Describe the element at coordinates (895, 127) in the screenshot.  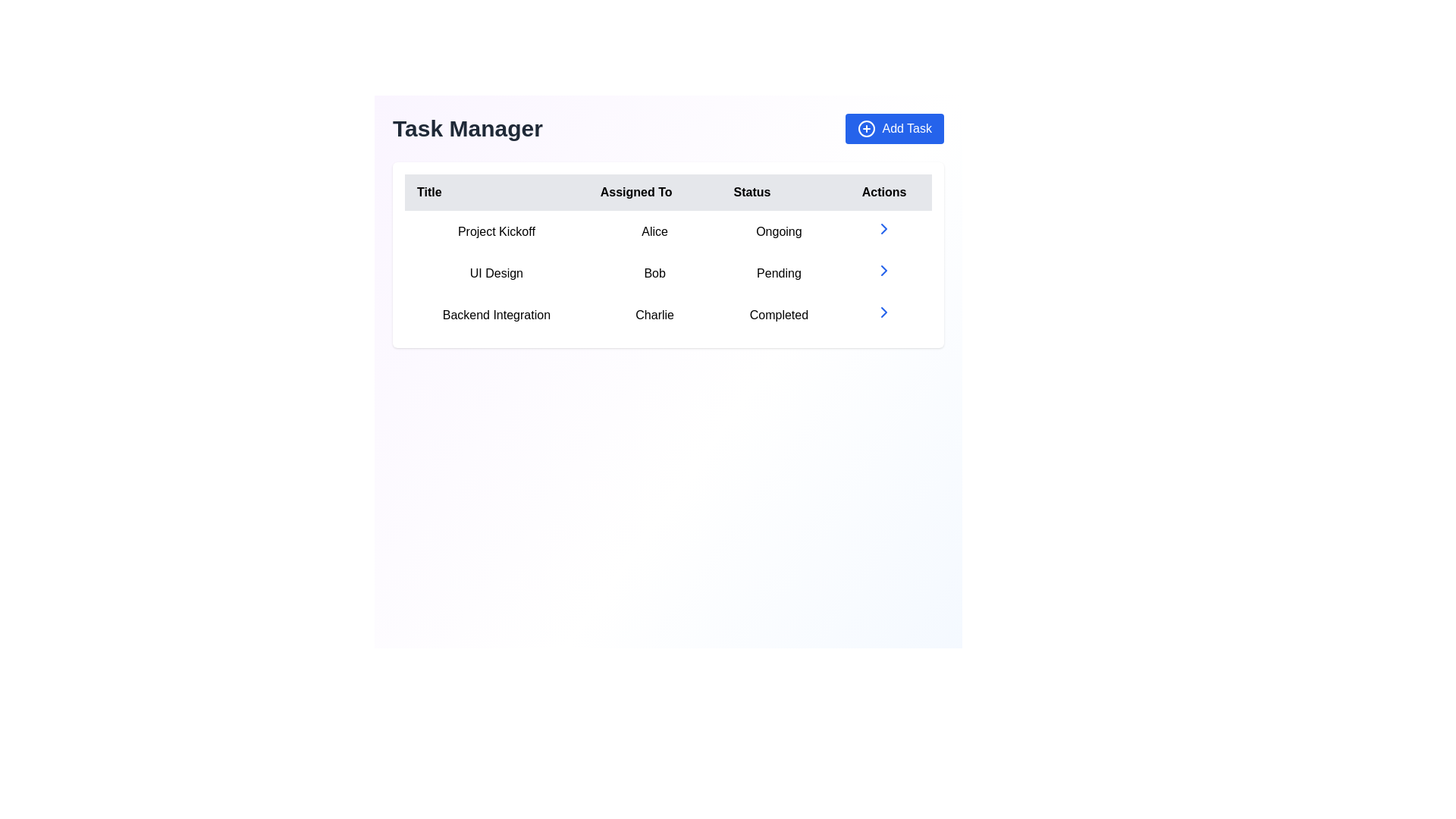
I see `the 'Add Task' button, which is a blue rectangular button with white text and a plus sign icon, located at the top-right corner of the 'Task Manager' header` at that location.